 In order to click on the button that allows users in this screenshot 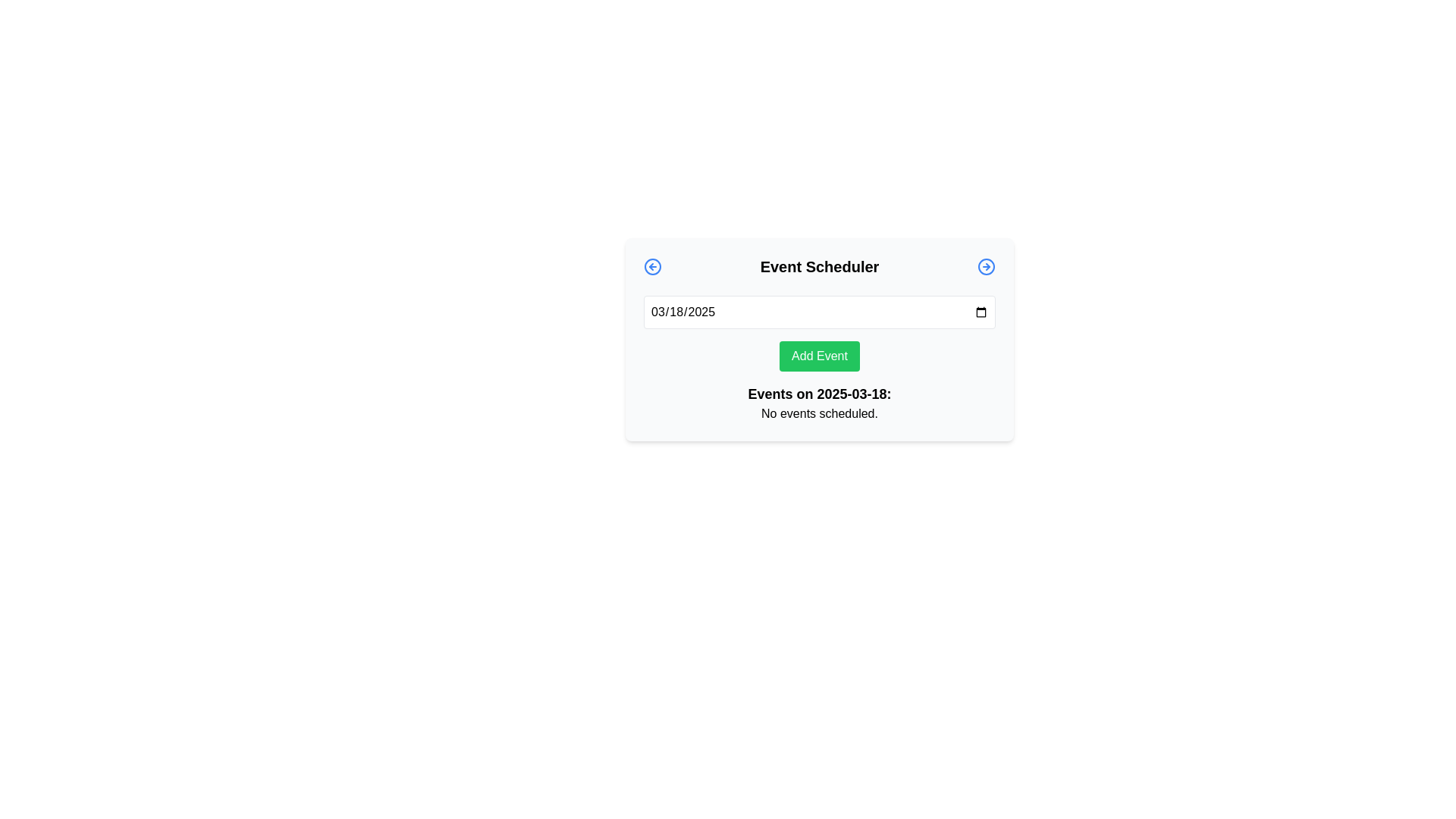, I will do `click(818, 356)`.